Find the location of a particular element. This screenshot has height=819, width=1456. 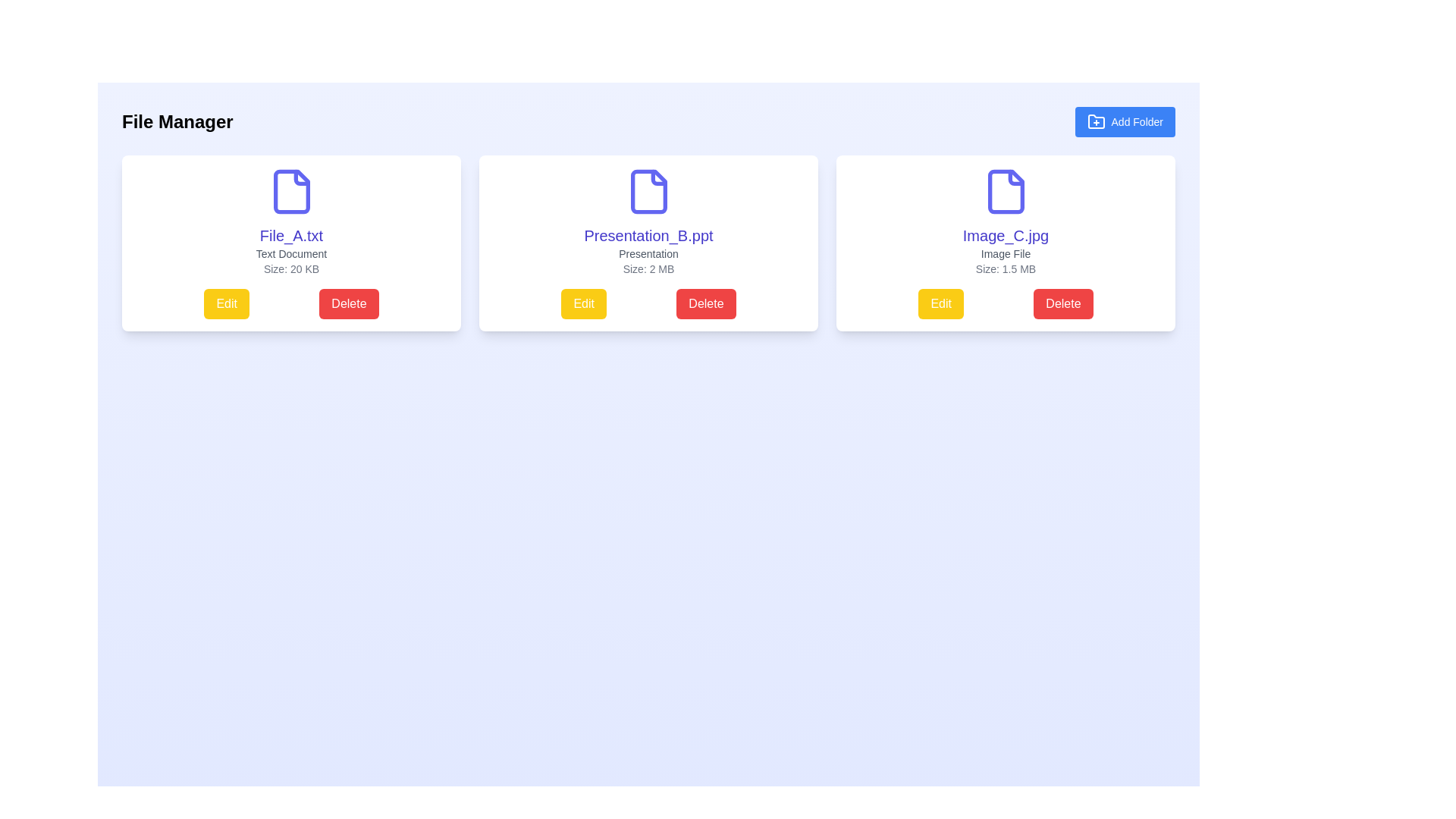

the 'Edit' button associated with the file 'File_A.txt' is located at coordinates (226, 304).